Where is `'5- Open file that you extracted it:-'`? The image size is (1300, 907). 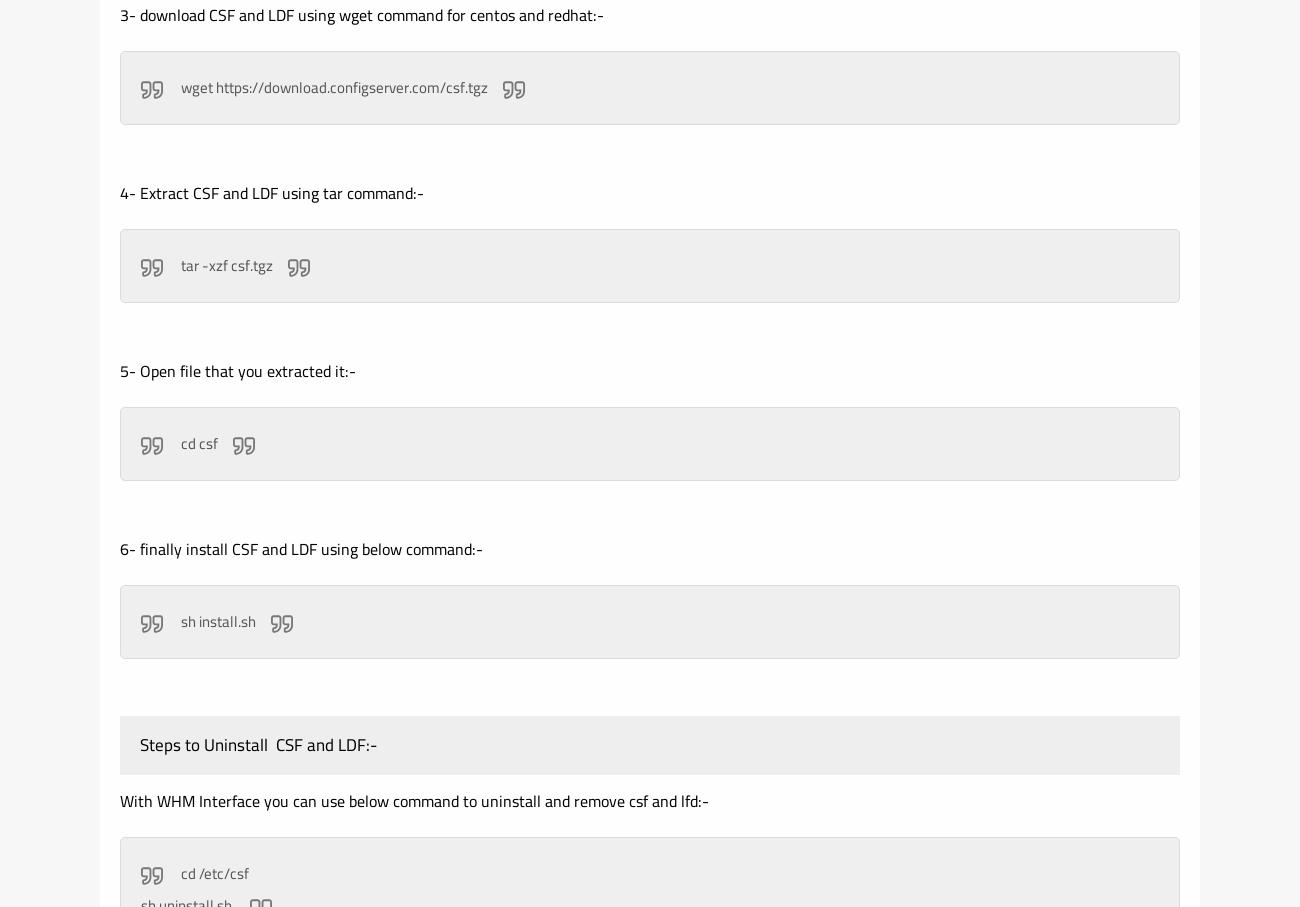 '5- Open file that you extracted it:-' is located at coordinates (118, 369).